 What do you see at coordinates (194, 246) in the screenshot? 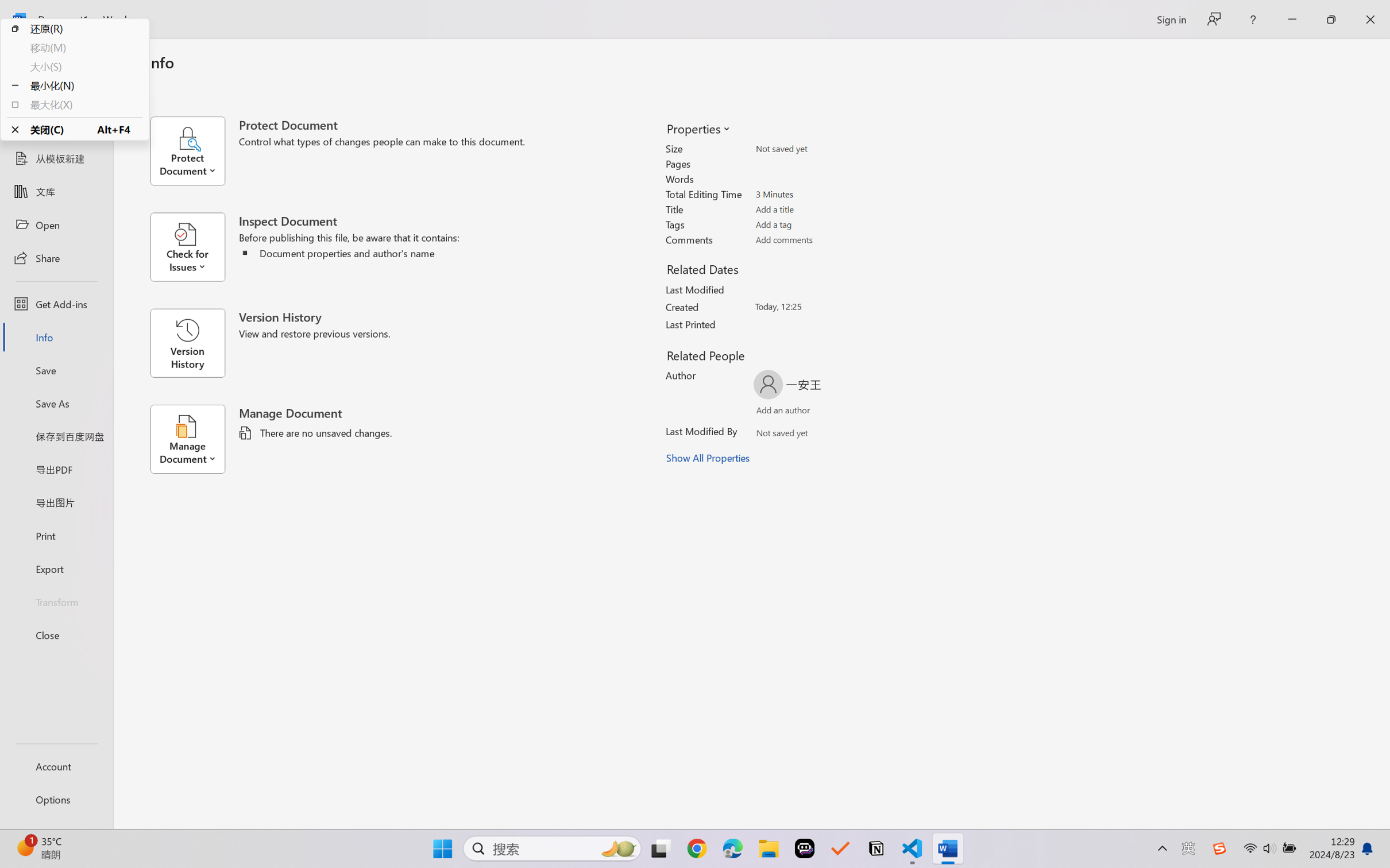
I see `'Check for Issues'` at bounding box center [194, 246].